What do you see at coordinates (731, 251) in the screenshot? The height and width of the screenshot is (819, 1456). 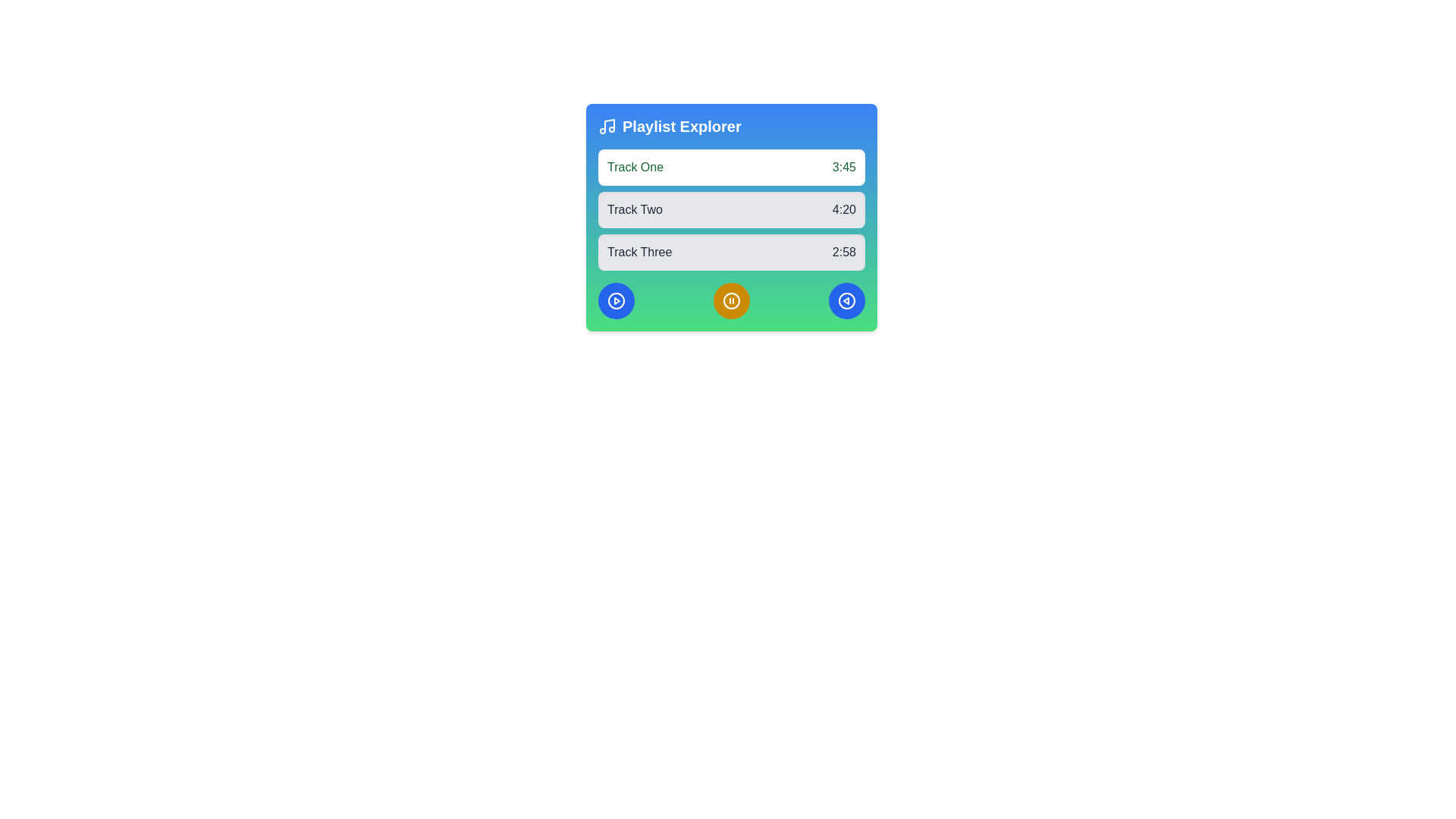 I see `on the third track item titled 'Track Three' in the 'Playlist Explorer'` at bounding box center [731, 251].